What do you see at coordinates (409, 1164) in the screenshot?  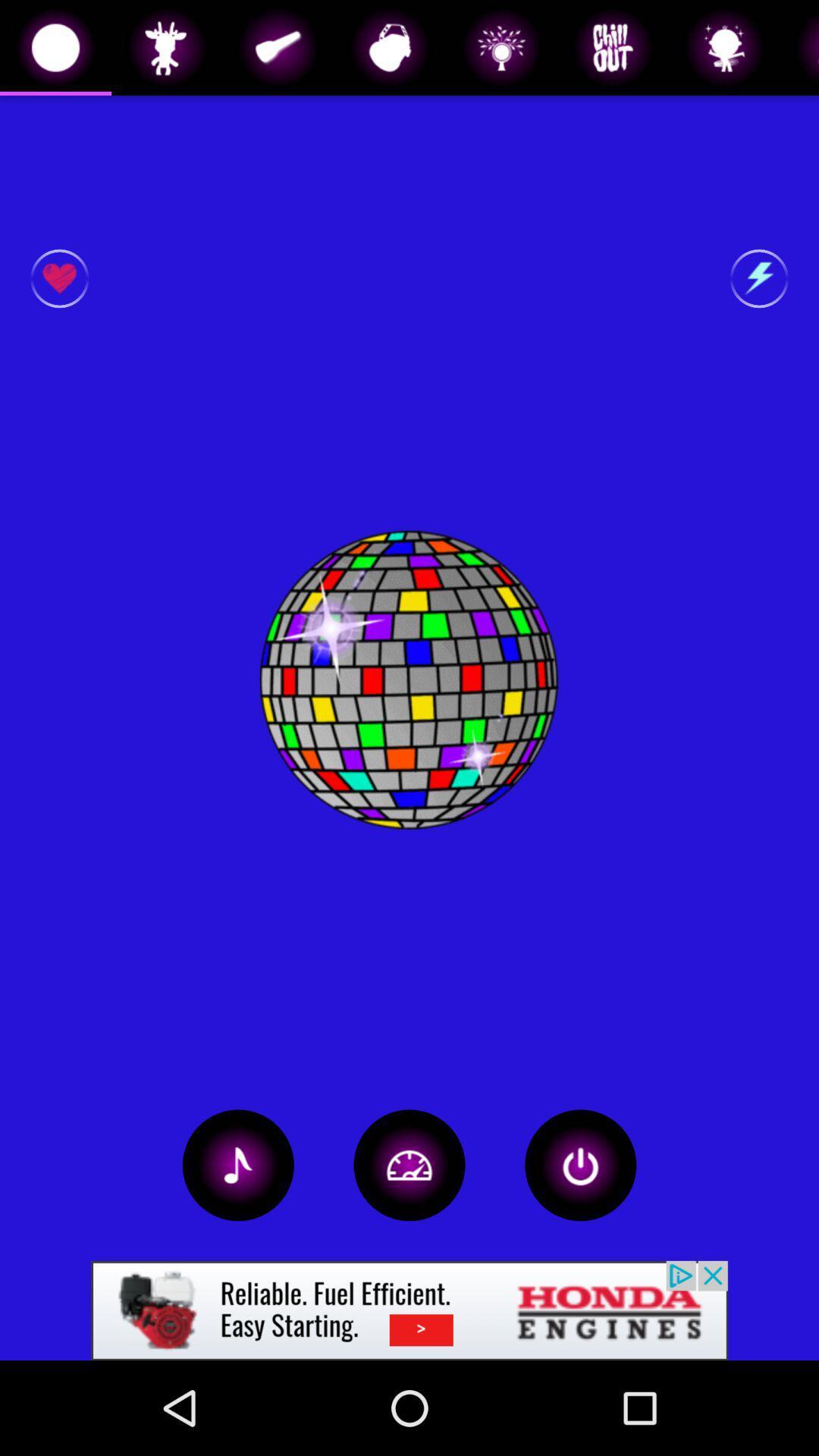 I see `change light` at bounding box center [409, 1164].